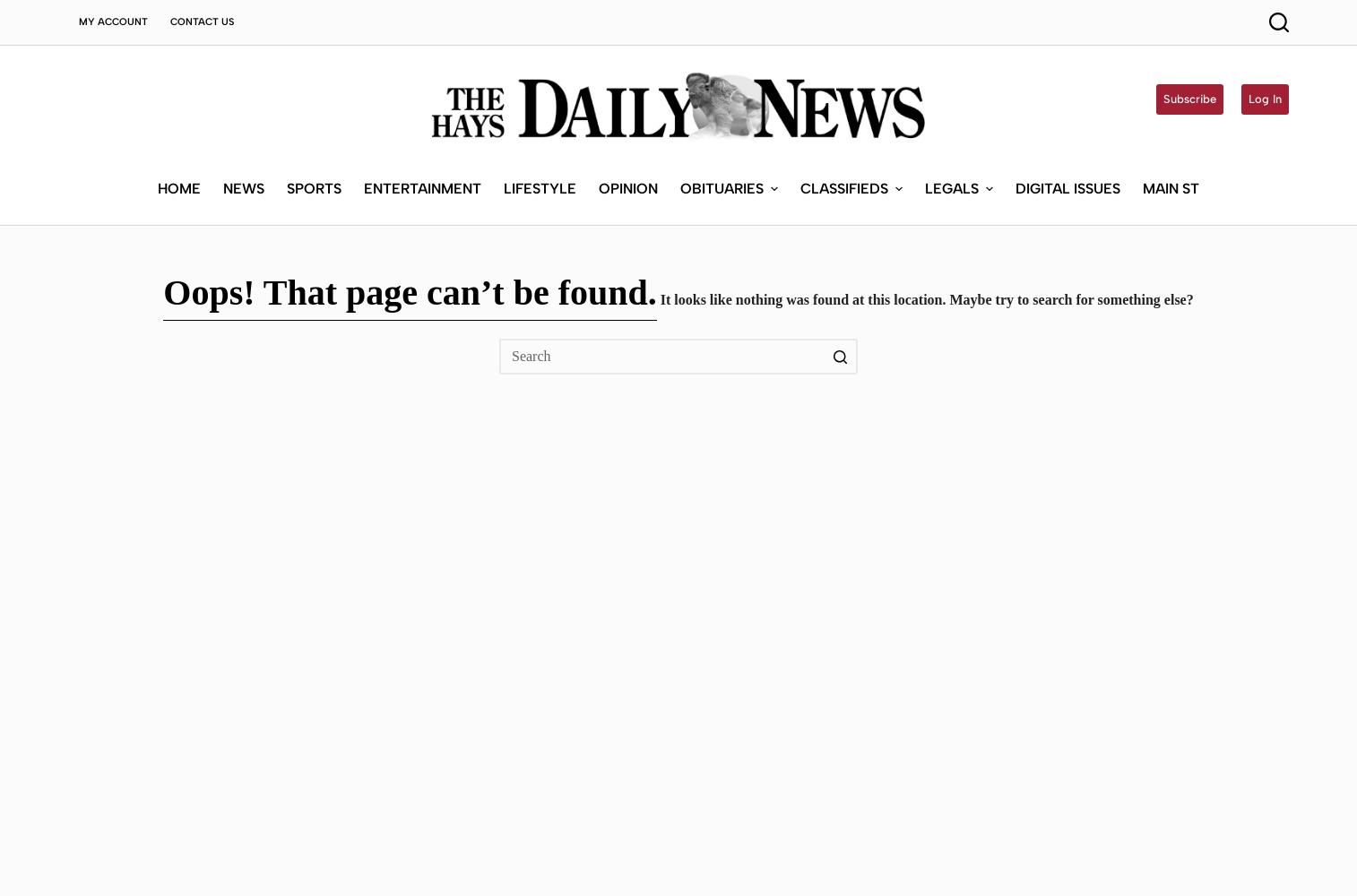  I want to click on 'Oops! That page can’t be found.', so click(409, 291).